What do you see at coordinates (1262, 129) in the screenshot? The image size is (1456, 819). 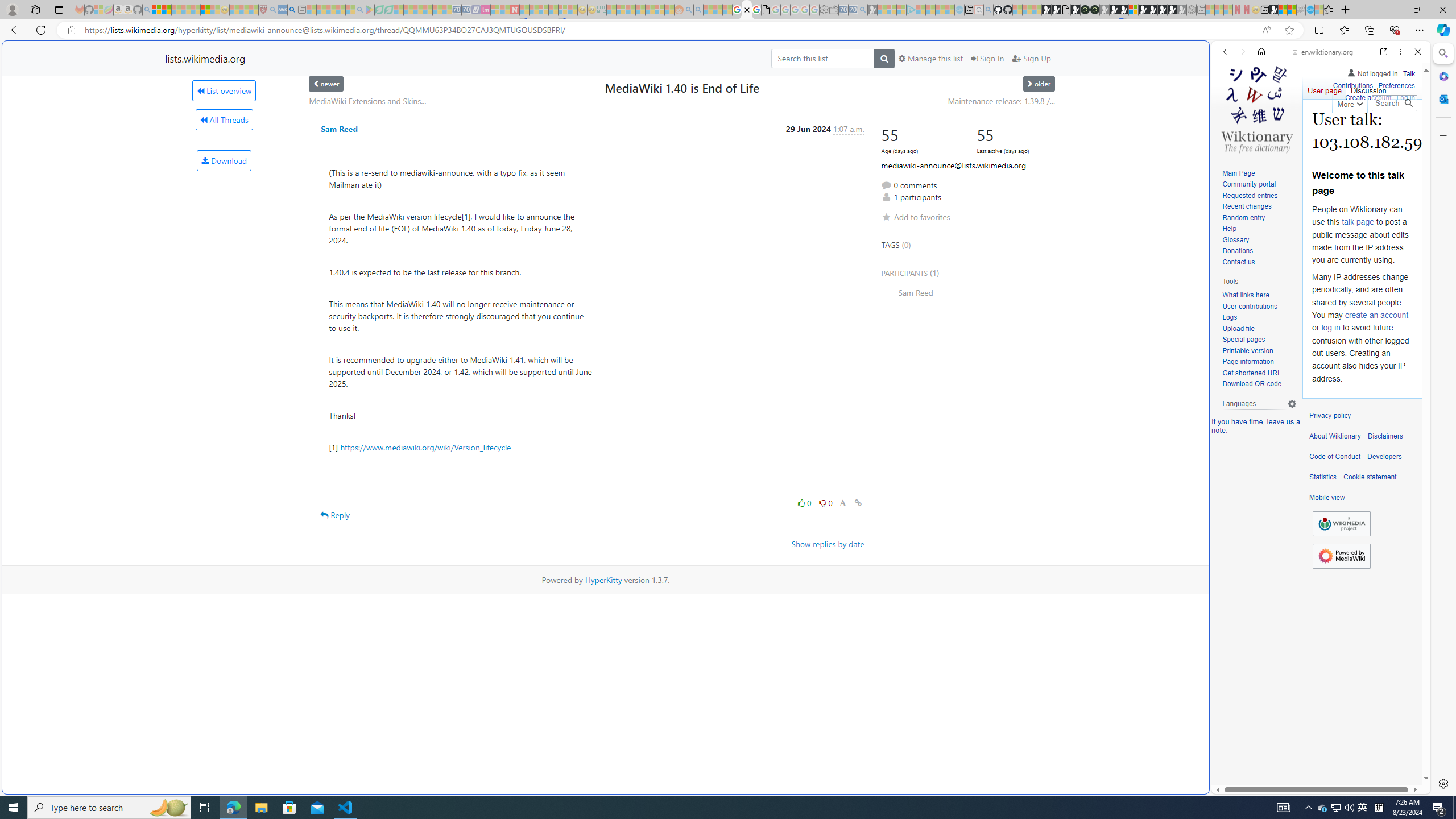 I see `'Search Filter, IMAGES'` at bounding box center [1262, 129].